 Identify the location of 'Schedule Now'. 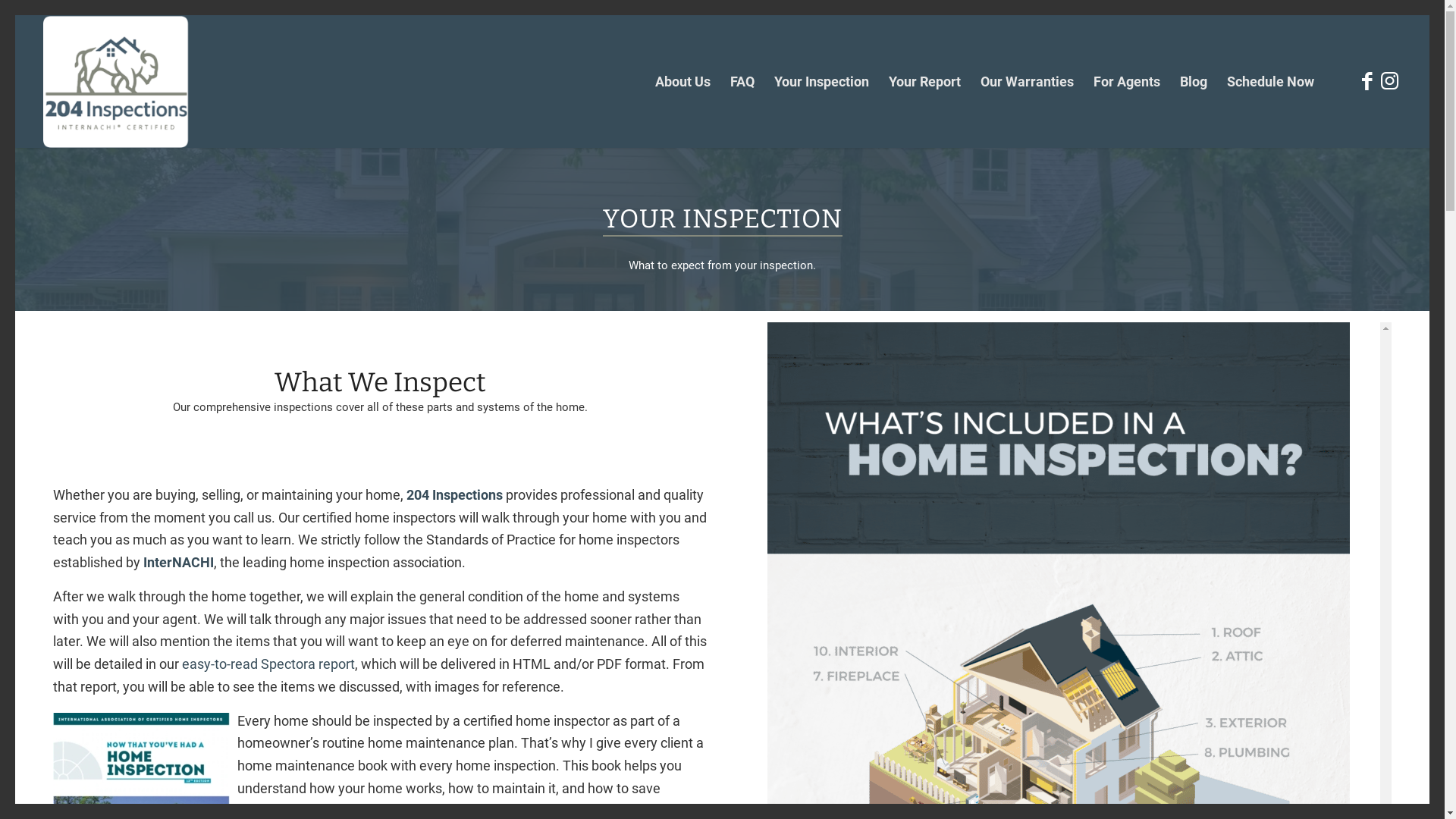
(1216, 81).